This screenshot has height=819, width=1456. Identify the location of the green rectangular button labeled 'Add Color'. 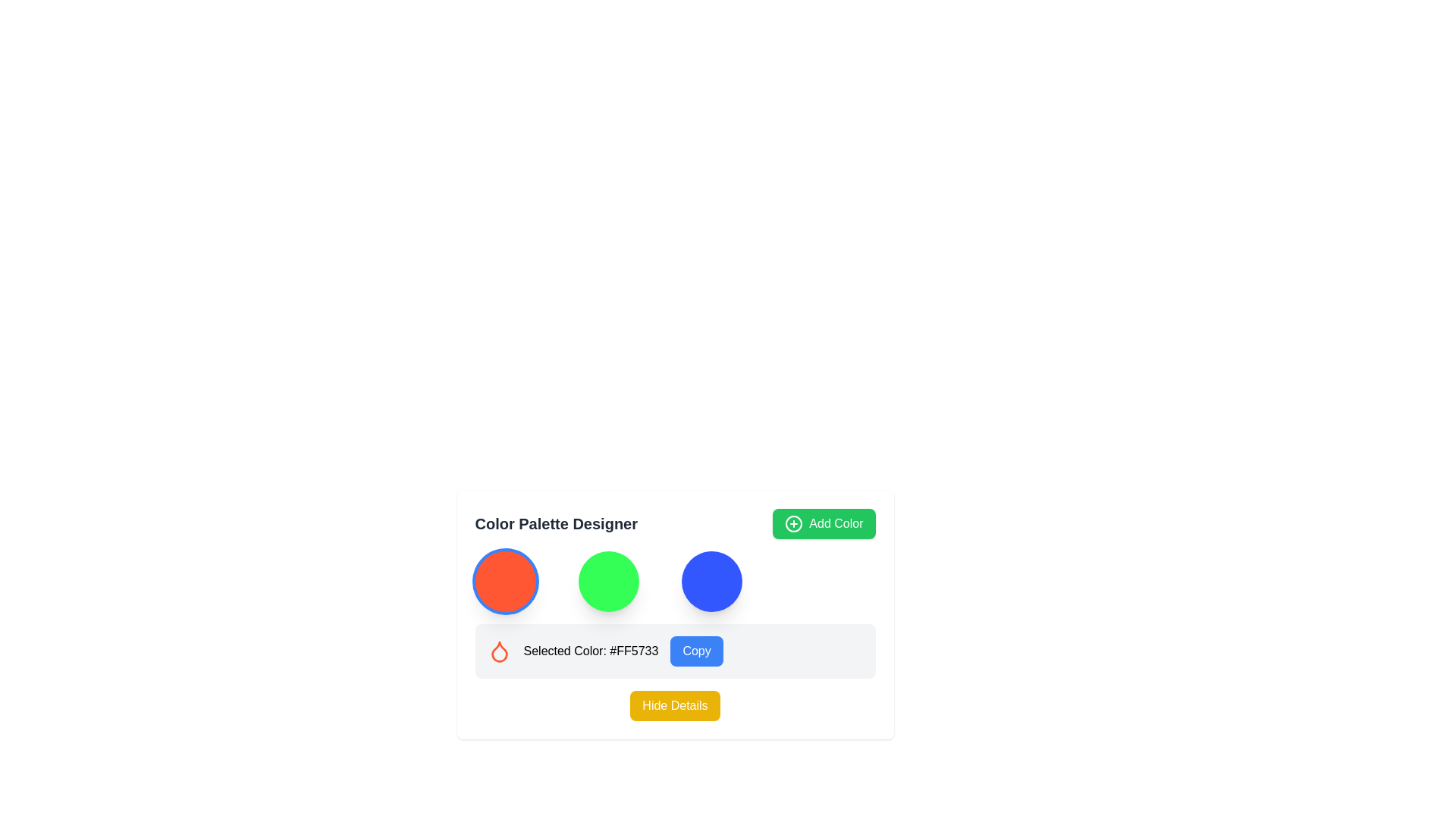
(823, 522).